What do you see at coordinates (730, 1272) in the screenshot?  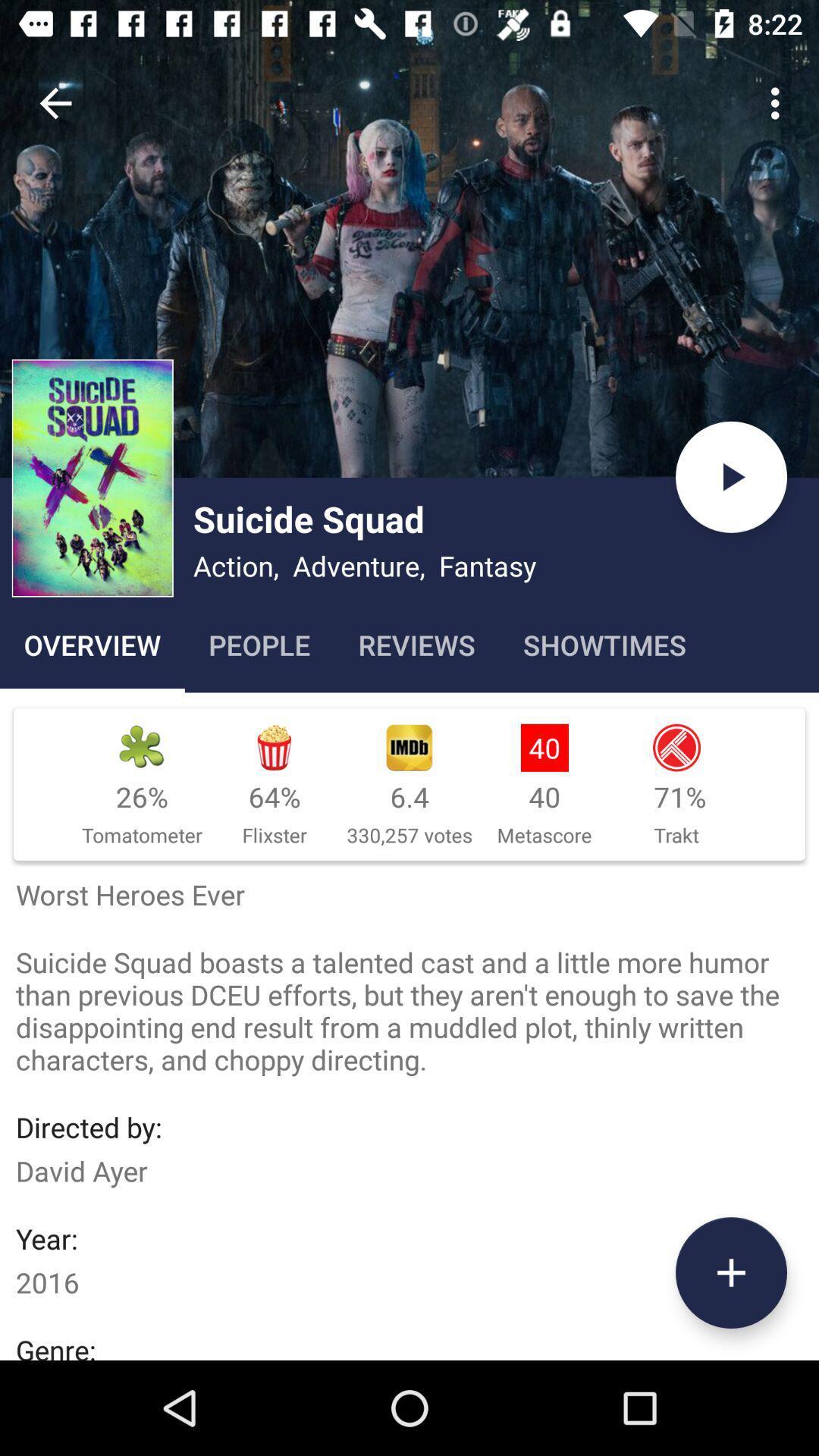 I see `the add icon` at bounding box center [730, 1272].